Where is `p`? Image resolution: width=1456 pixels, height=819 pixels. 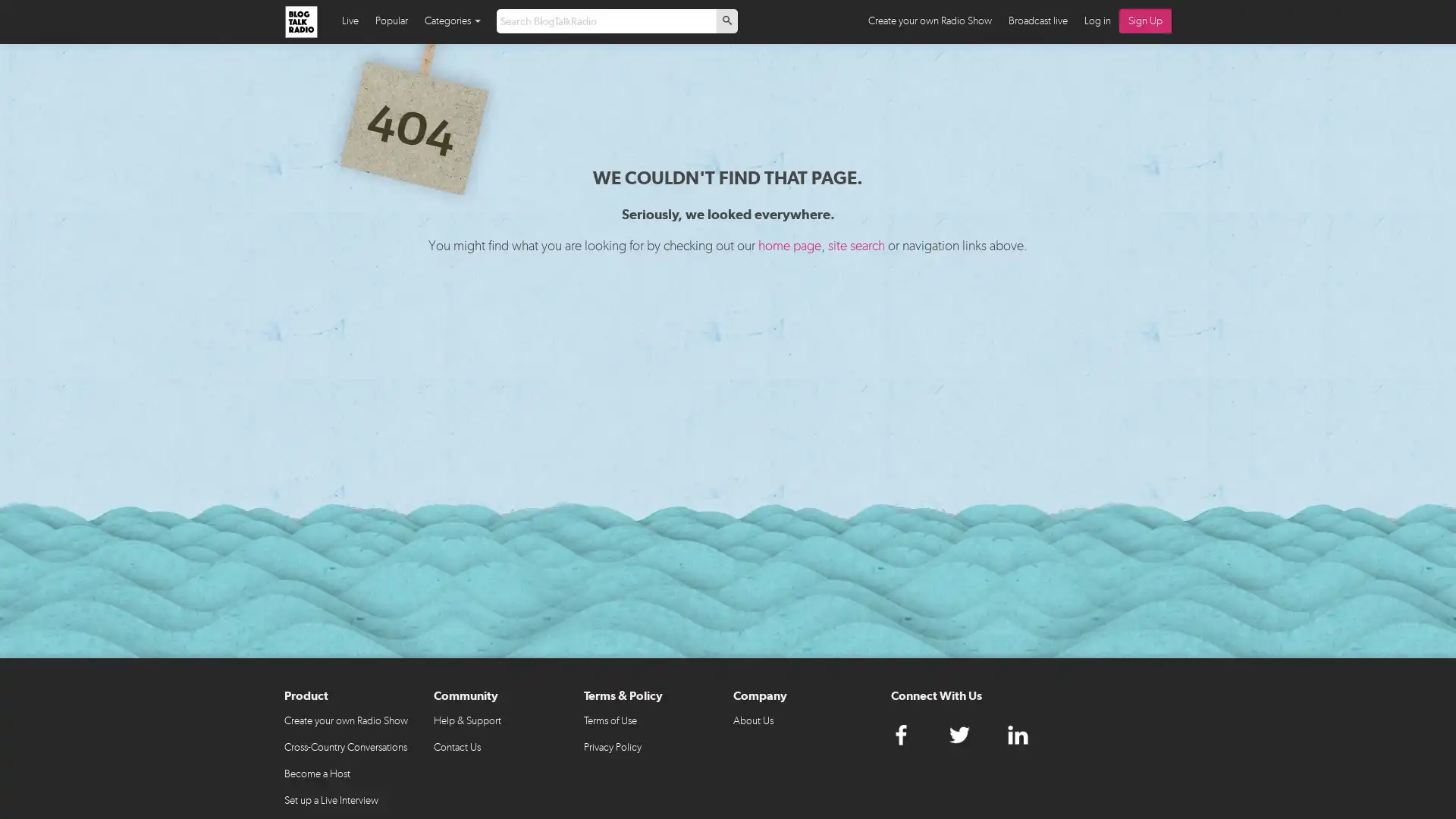
p is located at coordinates (726, 20).